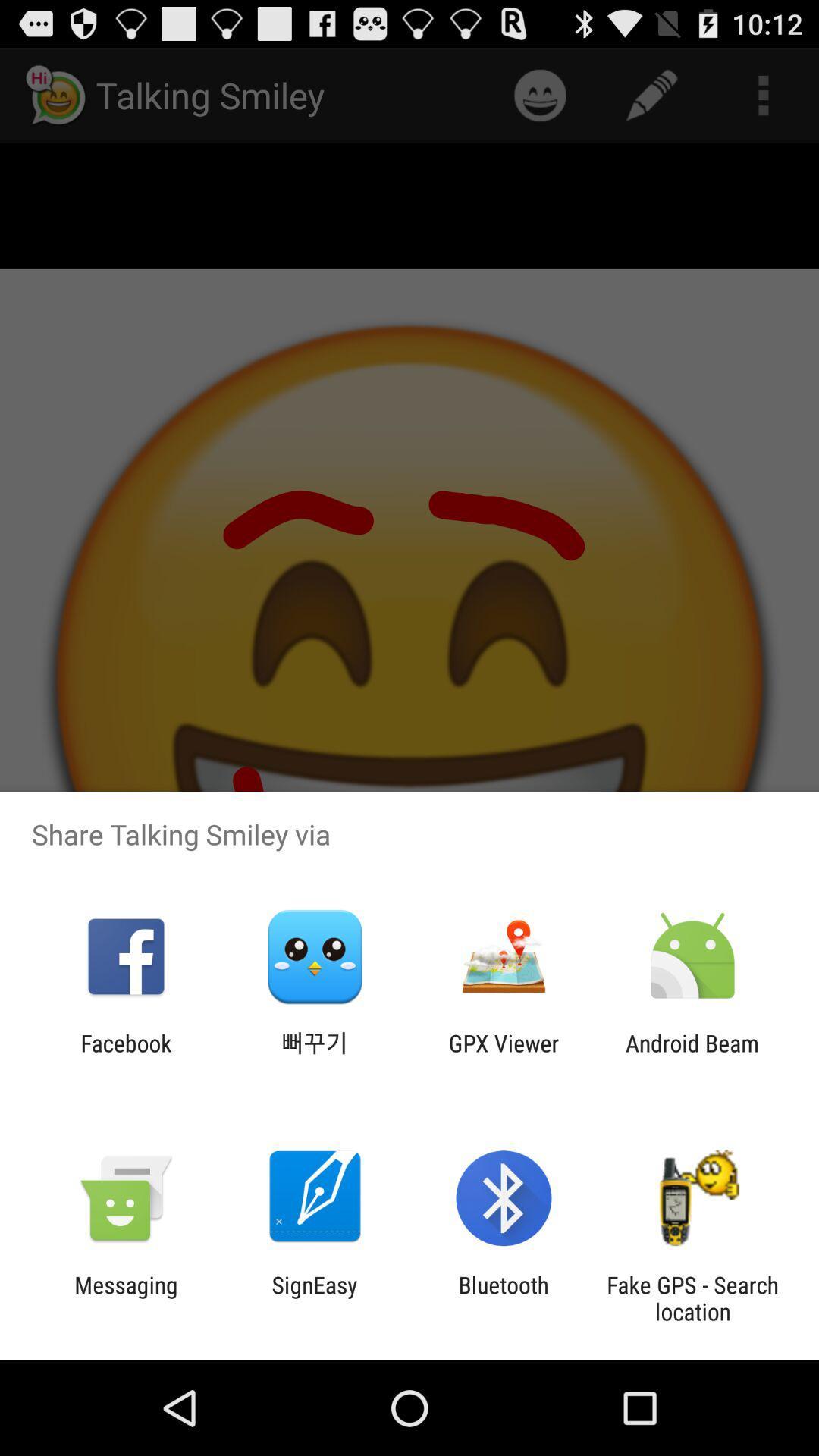  What do you see at coordinates (125, 1298) in the screenshot?
I see `the icon next to signeasy app` at bounding box center [125, 1298].